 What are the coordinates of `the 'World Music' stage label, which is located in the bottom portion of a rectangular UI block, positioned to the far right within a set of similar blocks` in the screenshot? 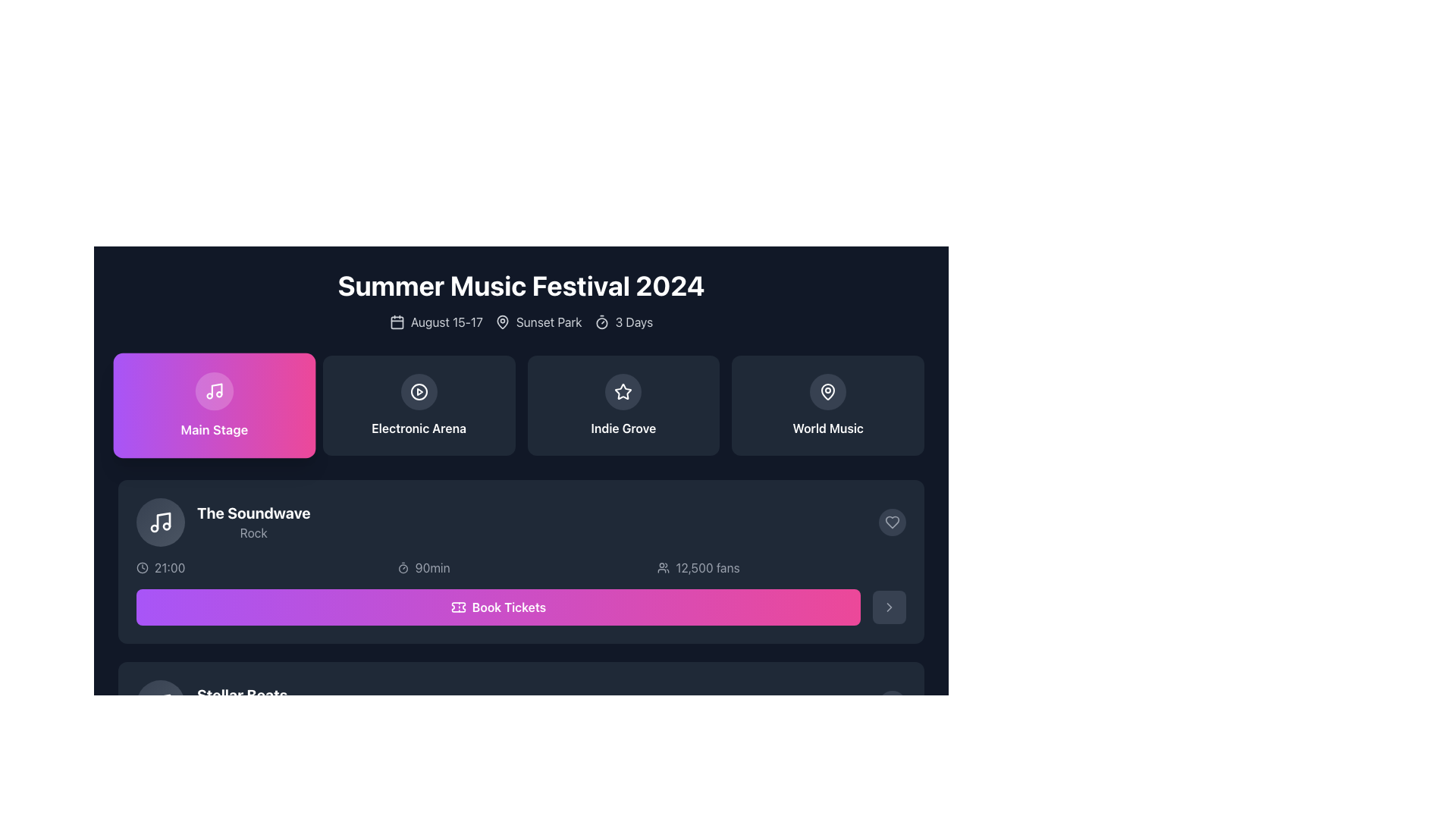 It's located at (827, 428).